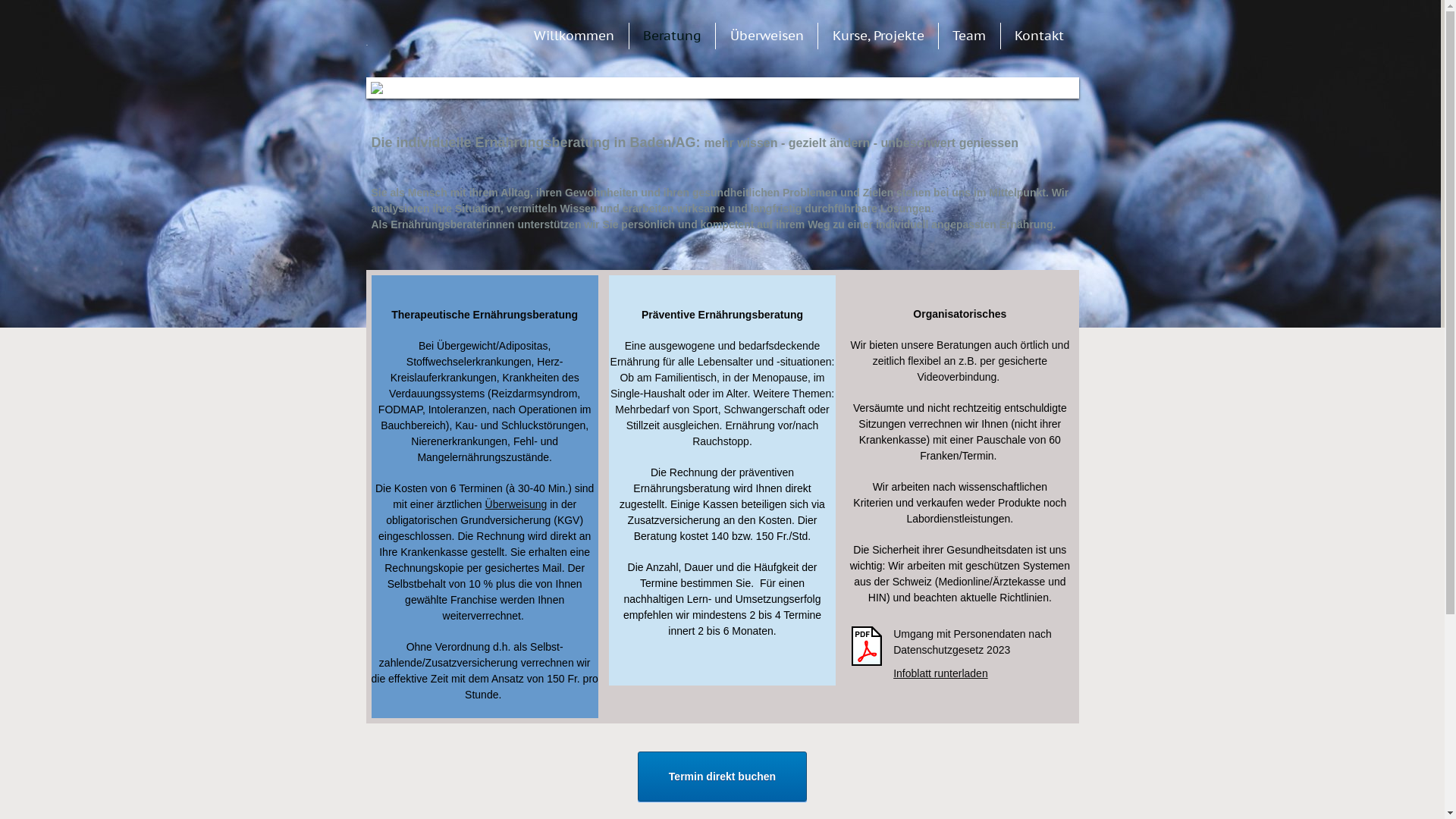  I want to click on 'Kurse, Projekte', so click(878, 34).